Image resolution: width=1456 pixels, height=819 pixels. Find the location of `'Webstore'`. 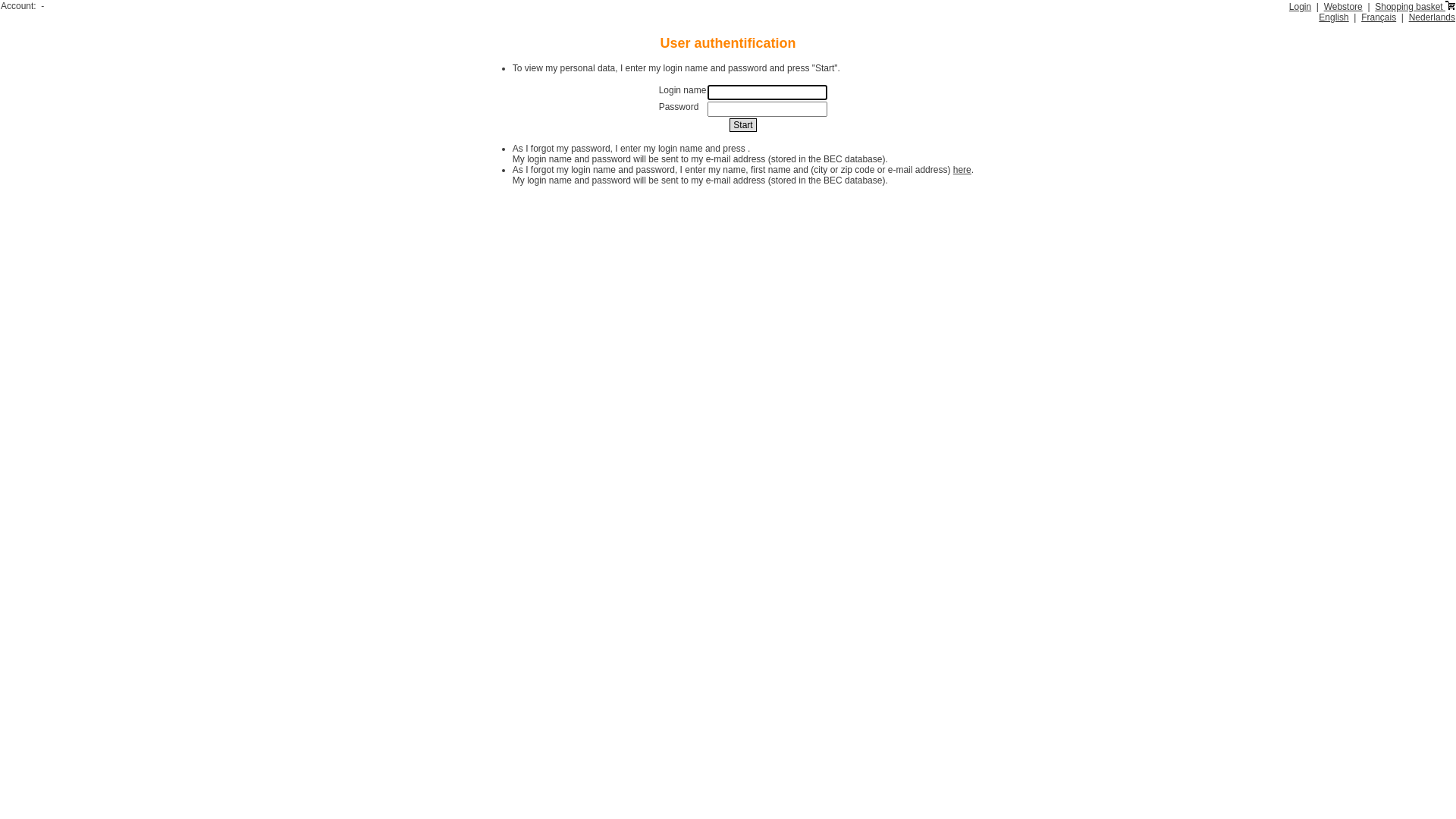

'Webstore' is located at coordinates (1343, 6).